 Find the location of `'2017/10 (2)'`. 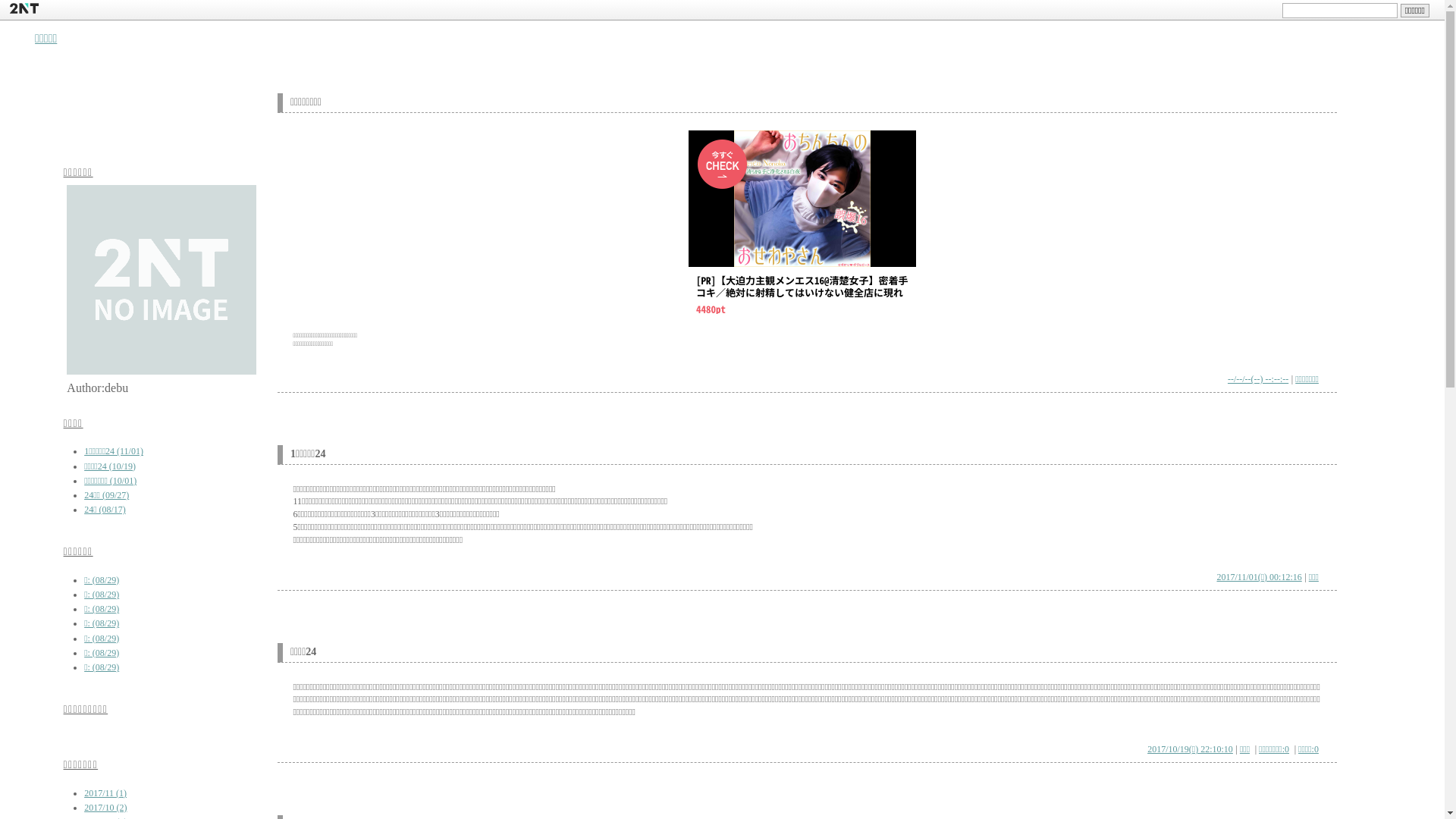

'2017/10 (2)' is located at coordinates (105, 806).